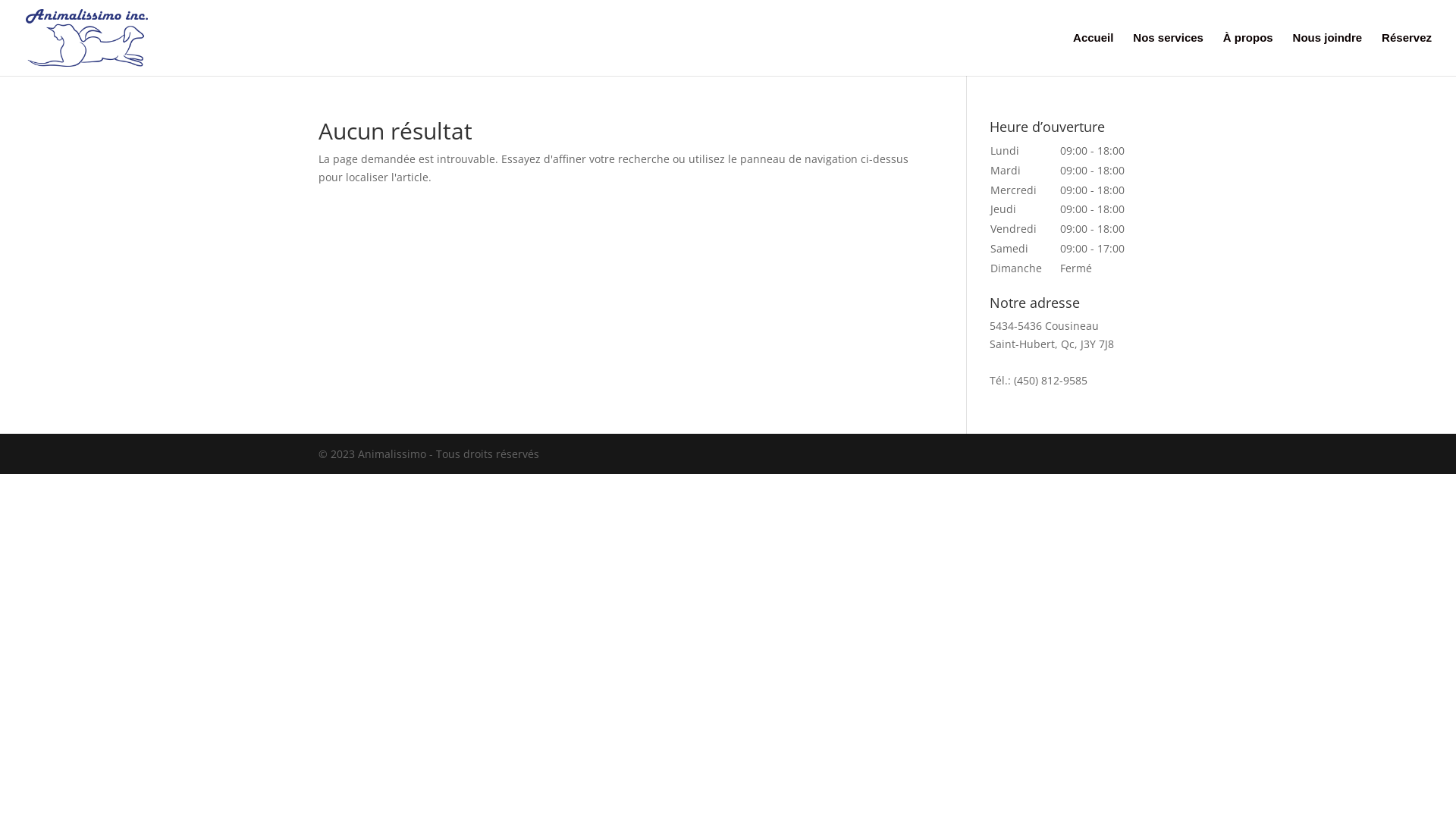 The image size is (1456, 819). Describe the element at coordinates (1132, 53) in the screenshot. I see `'Nos services'` at that location.